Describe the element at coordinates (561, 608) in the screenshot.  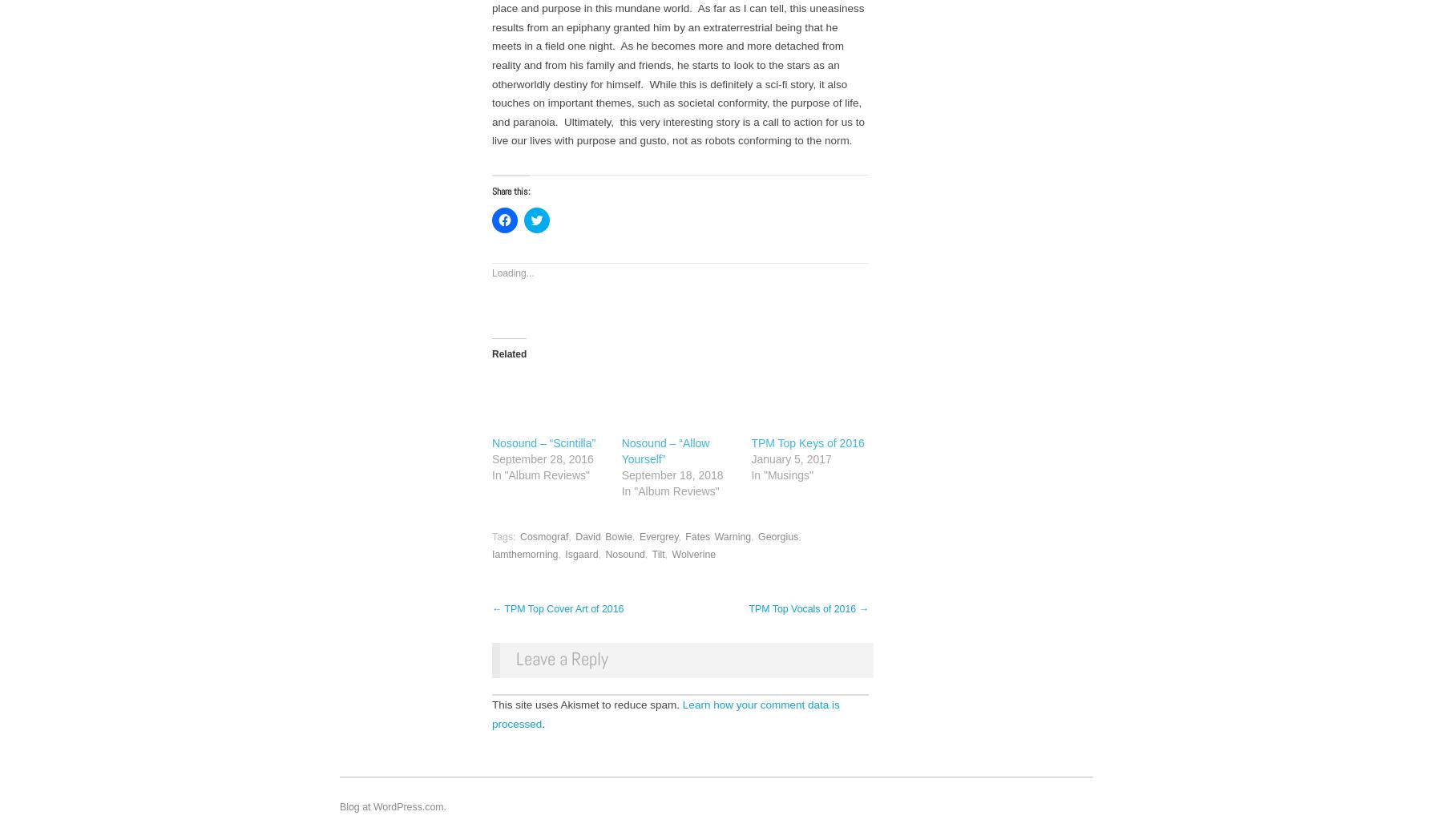
I see `'TPM Top Cover Art of 2016'` at that location.